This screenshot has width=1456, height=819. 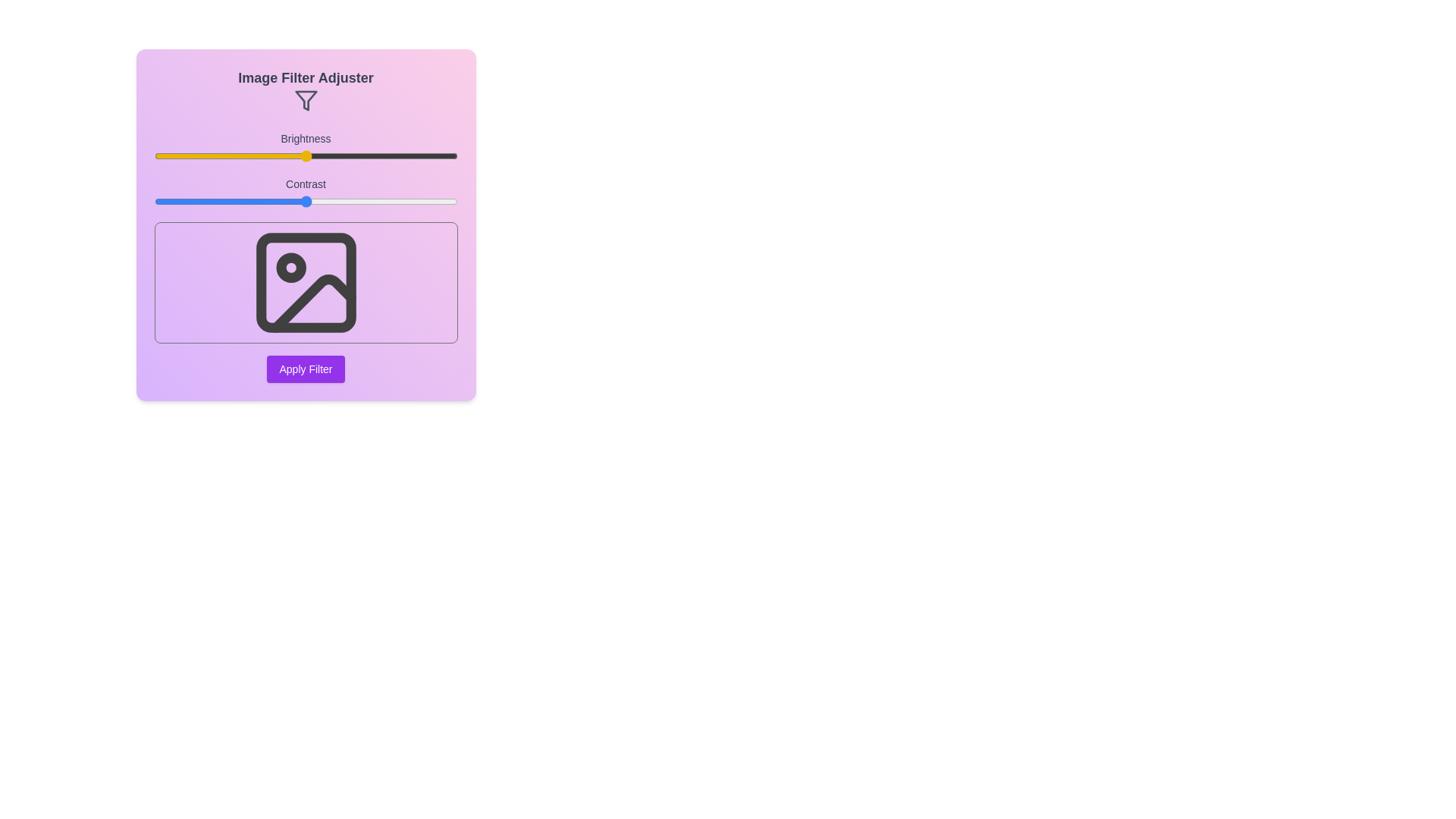 What do you see at coordinates (412, 201) in the screenshot?
I see `the contrast slider to 85%` at bounding box center [412, 201].